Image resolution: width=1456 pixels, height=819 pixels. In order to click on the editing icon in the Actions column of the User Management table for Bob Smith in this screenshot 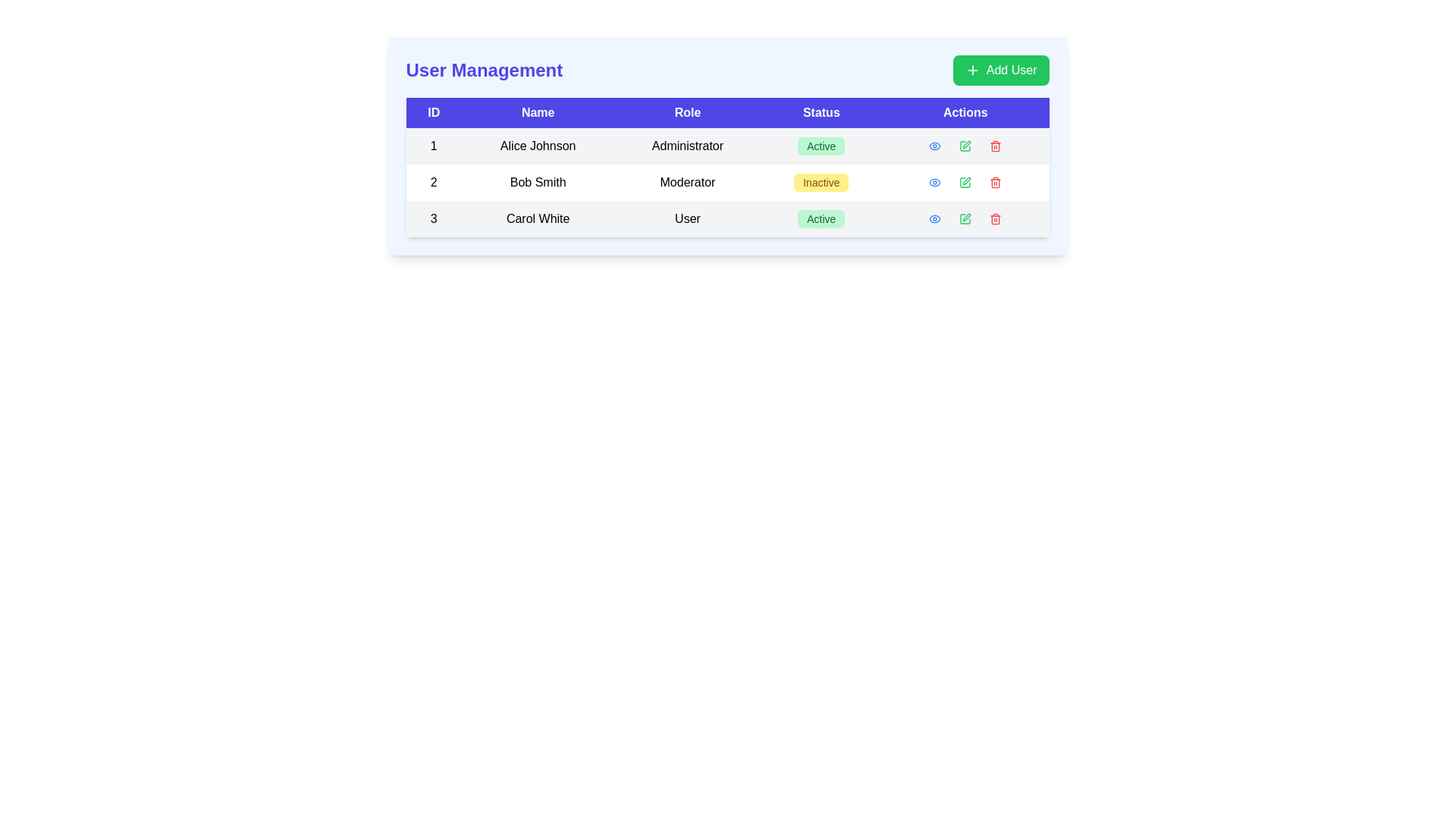, I will do `click(966, 180)`.